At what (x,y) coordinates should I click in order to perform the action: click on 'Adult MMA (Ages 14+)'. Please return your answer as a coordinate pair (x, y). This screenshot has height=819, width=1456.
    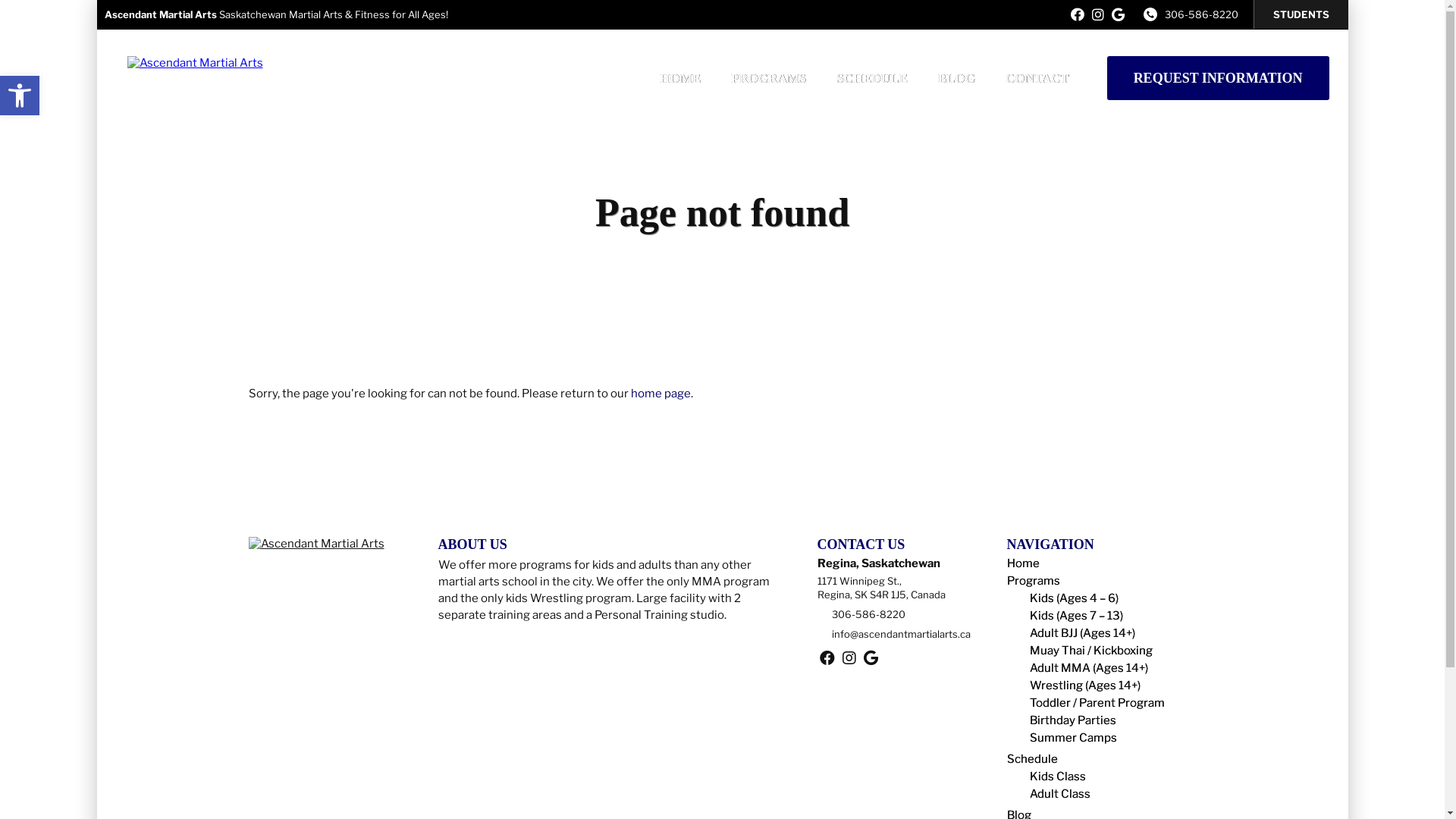
    Looking at the image, I should click on (1087, 667).